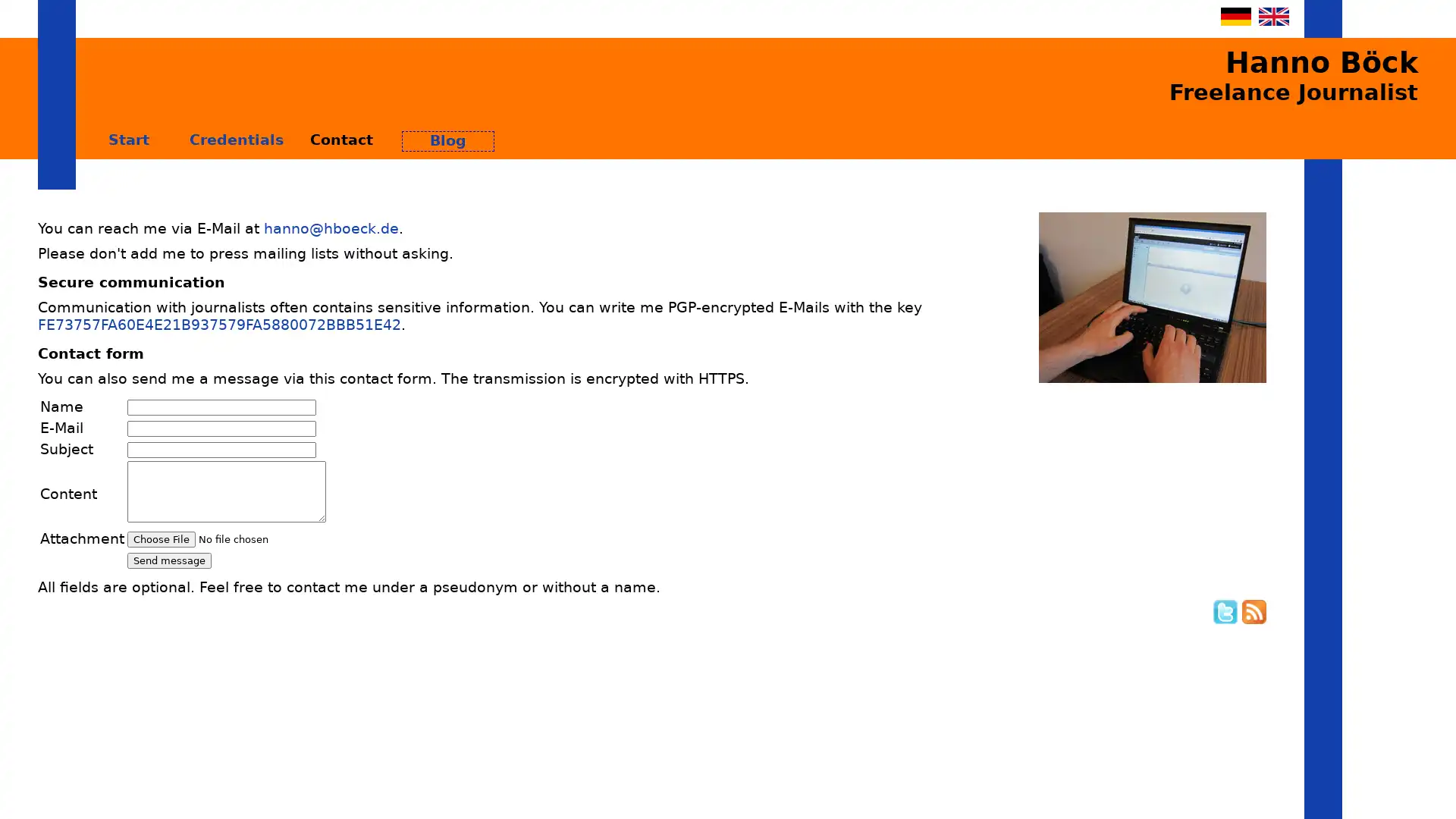 The image size is (1456, 819). Describe the element at coordinates (161, 538) in the screenshot. I see `Choose File` at that location.